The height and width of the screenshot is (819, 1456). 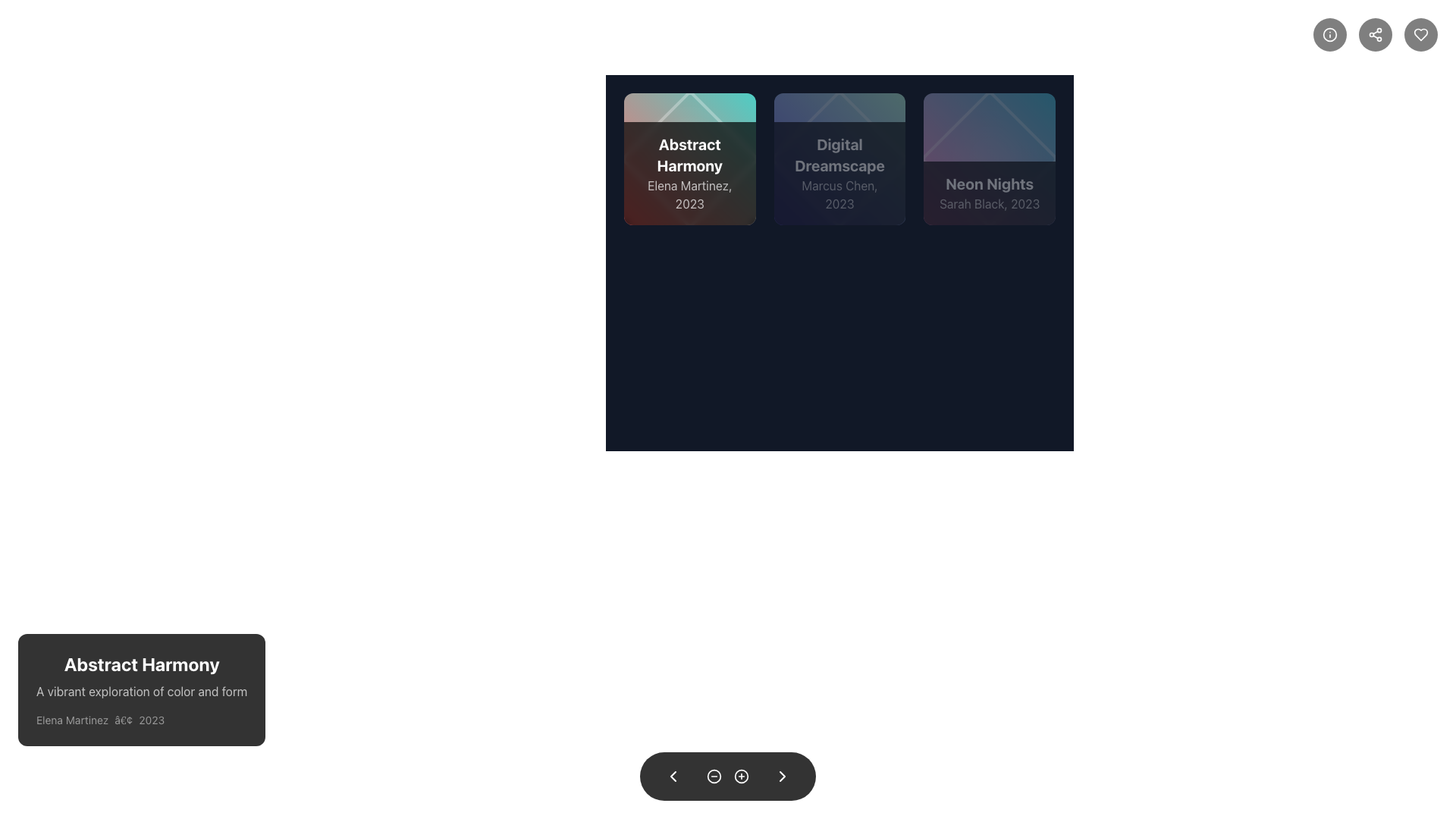 What do you see at coordinates (990, 183) in the screenshot?
I see `the static text element displaying 'Neon Nights' in bold, white font, located in the bottom-right corner of the grid layout` at bounding box center [990, 183].